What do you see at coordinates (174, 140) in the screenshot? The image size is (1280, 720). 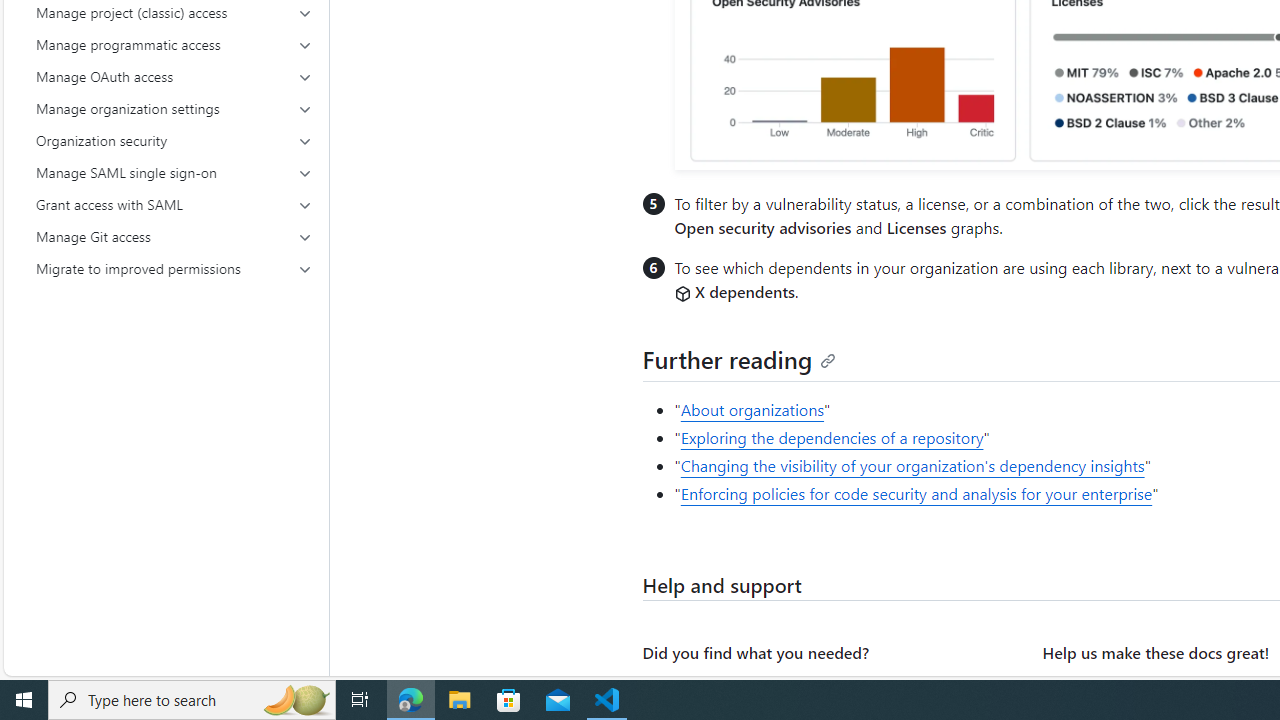 I see `'Organization security'` at bounding box center [174, 140].